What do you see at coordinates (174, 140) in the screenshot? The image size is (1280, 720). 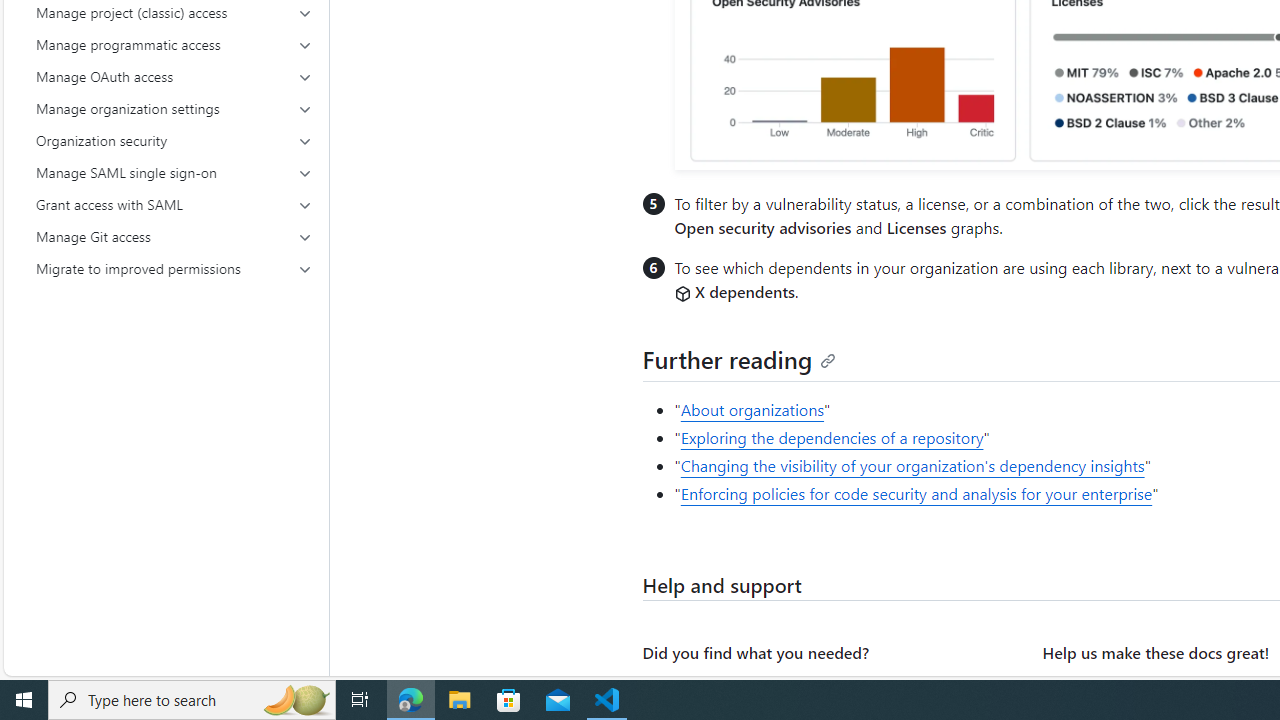 I see `'Organization security'` at bounding box center [174, 140].